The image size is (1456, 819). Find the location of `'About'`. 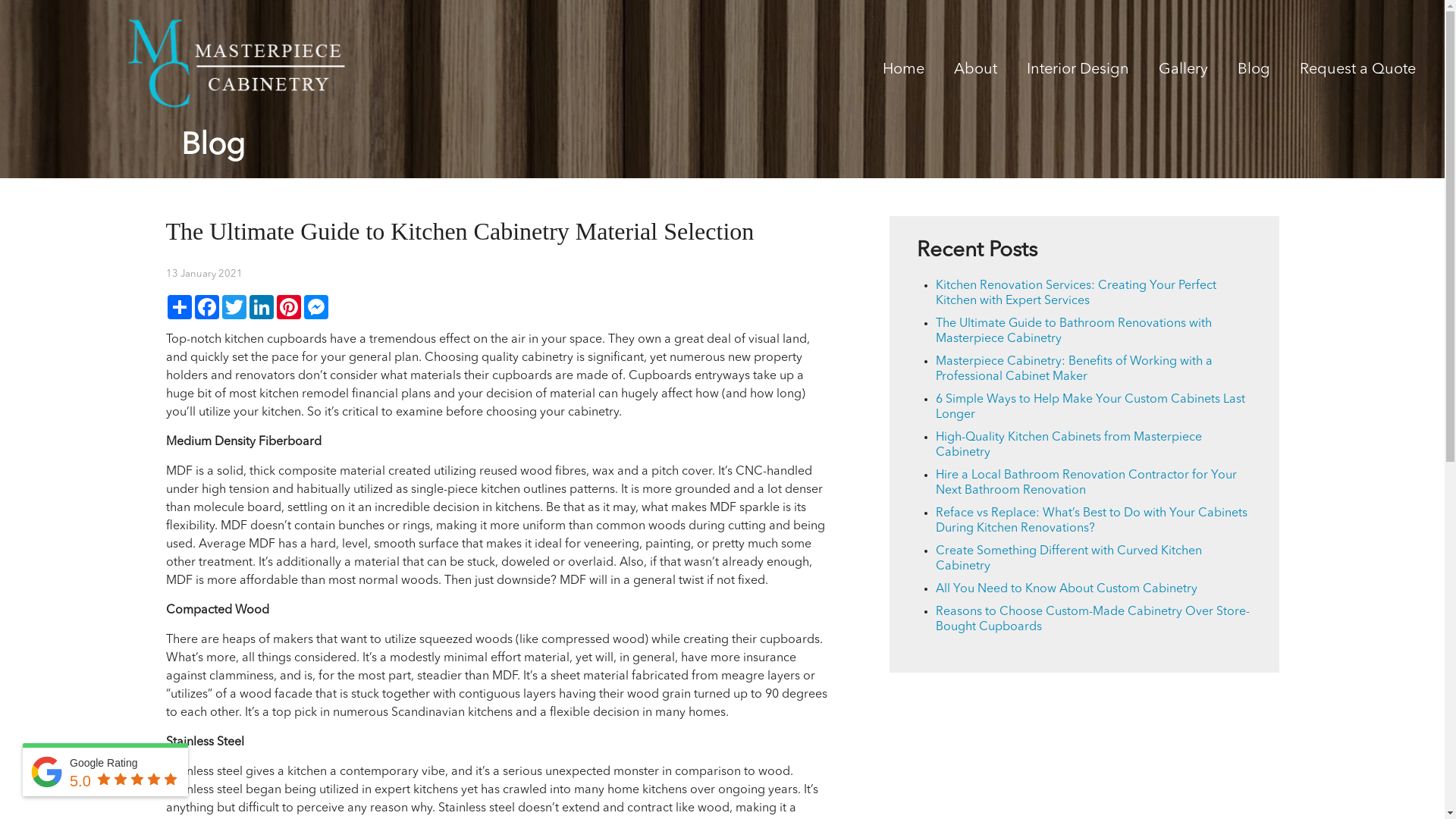

'About' is located at coordinates (975, 72).